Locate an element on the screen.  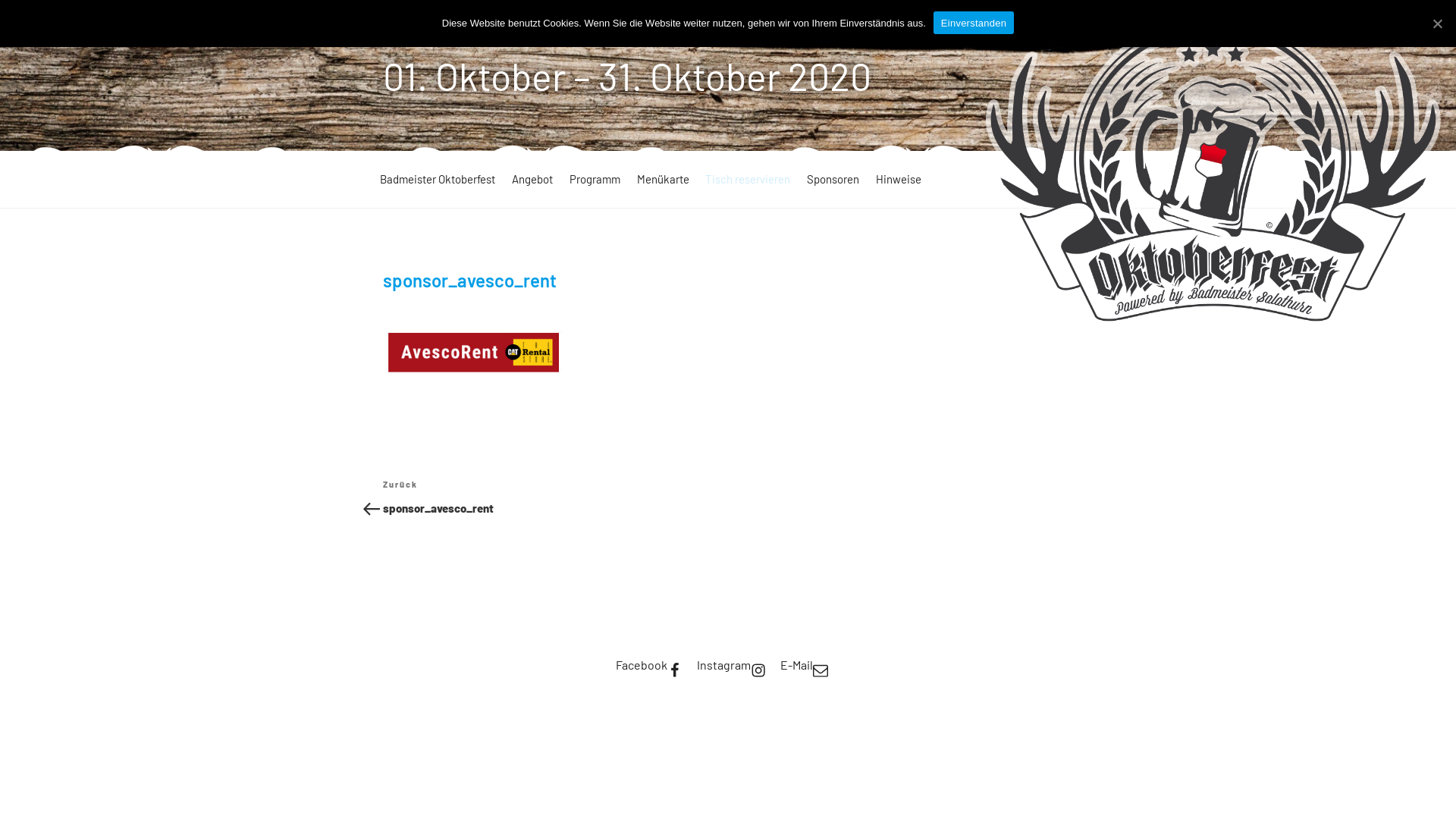
'Angebot' is located at coordinates (531, 178).